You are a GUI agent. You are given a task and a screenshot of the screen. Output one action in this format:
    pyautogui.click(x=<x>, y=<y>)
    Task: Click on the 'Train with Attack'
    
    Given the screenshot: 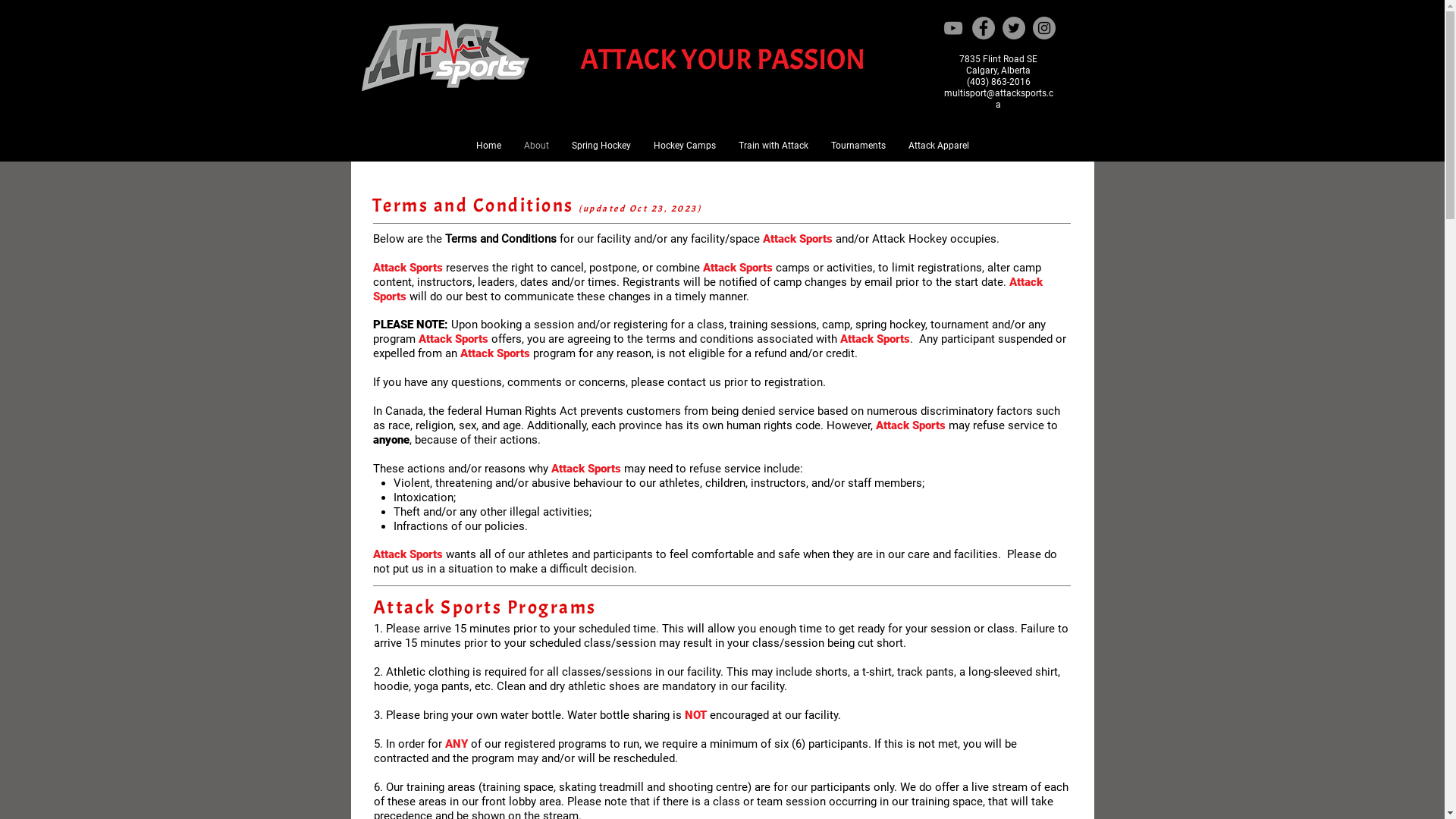 What is the action you would take?
    pyautogui.click(x=772, y=146)
    